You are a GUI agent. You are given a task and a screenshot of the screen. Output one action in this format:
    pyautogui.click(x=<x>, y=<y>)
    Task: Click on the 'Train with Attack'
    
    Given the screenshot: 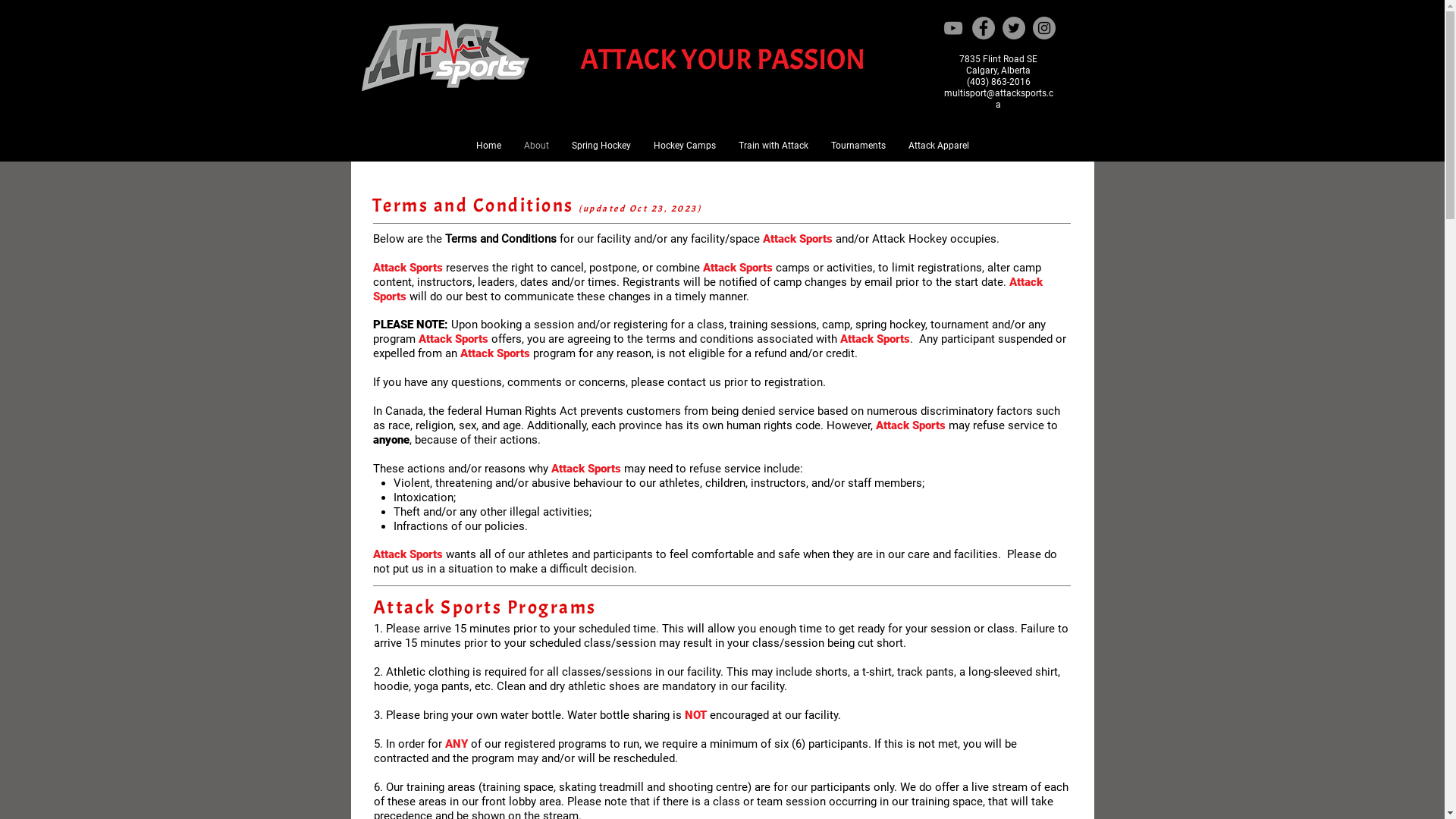 What is the action you would take?
    pyautogui.click(x=772, y=146)
    